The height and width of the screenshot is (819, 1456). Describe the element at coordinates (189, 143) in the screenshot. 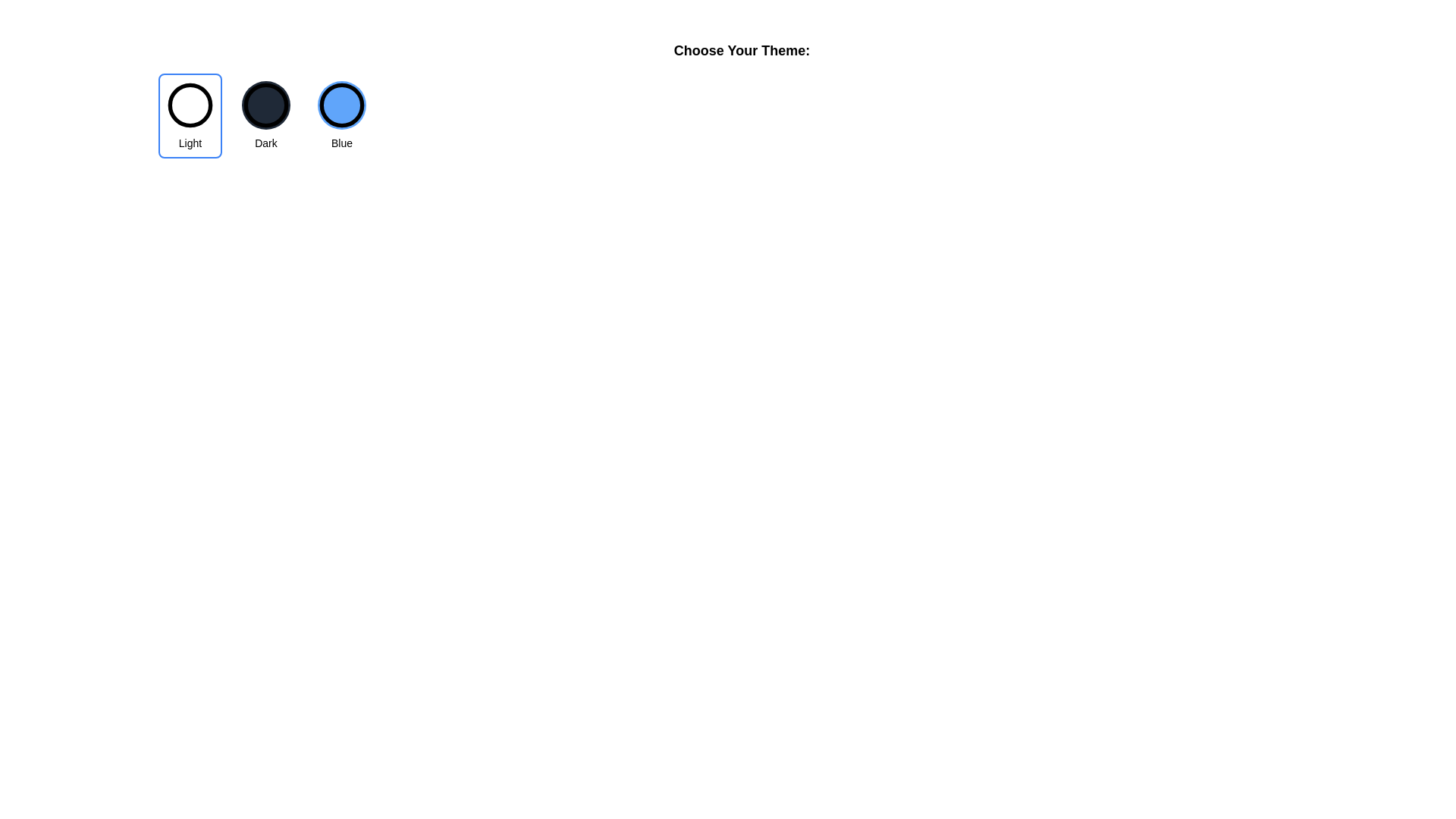

I see `the text label that indicates the theme selection within a rounded, bordered button, positioned to the far left of similar buttons labeled 'Dark' and 'Blue'` at that location.